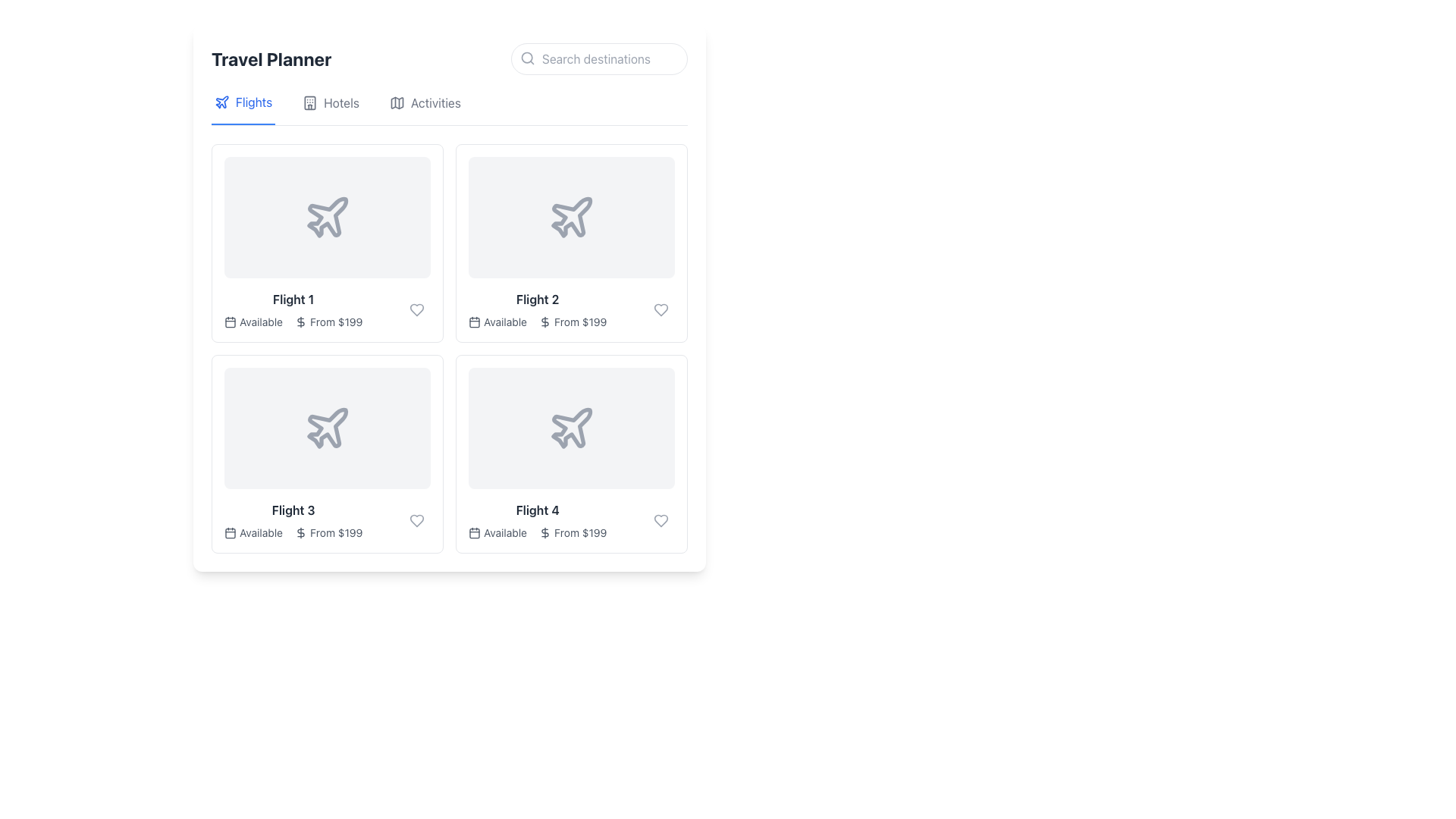  Describe the element at coordinates (335, 321) in the screenshot. I see `the text element that displays the starting price for 'Flight 1', located below the 'Available' label and beside the dollar symbol icon in the first row of the grid layout` at that location.